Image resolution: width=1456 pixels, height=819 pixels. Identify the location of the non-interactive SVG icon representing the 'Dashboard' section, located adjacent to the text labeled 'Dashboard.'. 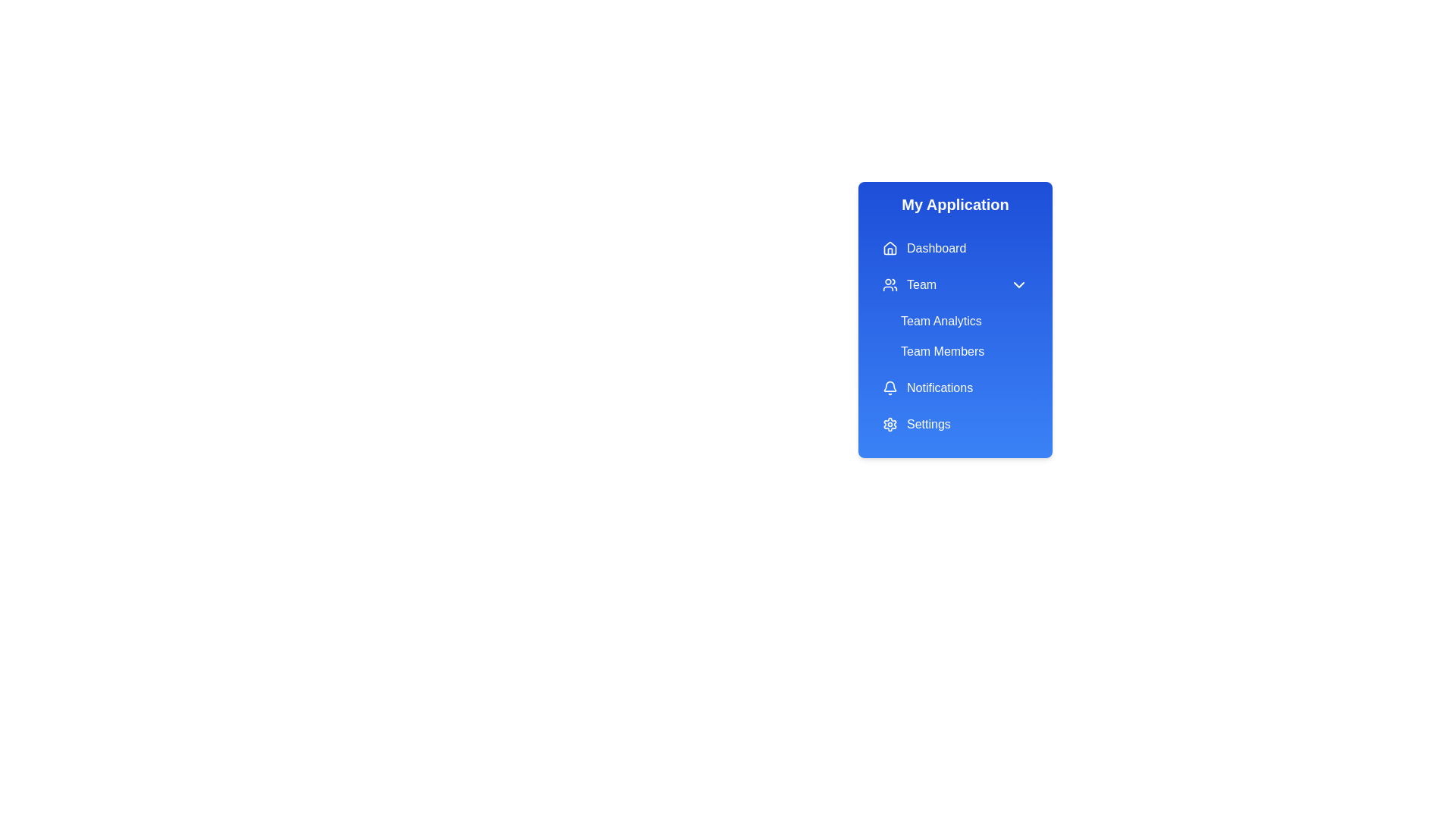
(890, 247).